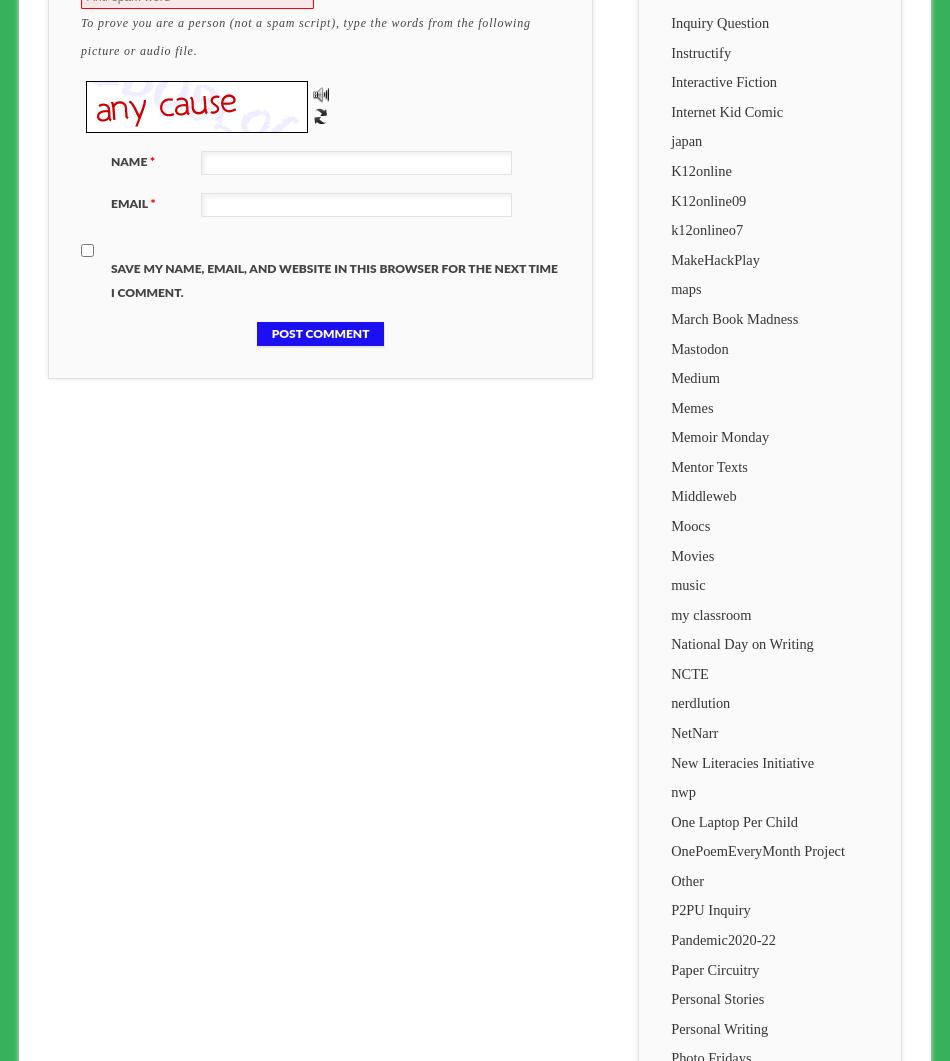  Describe the element at coordinates (716, 998) in the screenshot. I see `'Personal Stories'` at that location.